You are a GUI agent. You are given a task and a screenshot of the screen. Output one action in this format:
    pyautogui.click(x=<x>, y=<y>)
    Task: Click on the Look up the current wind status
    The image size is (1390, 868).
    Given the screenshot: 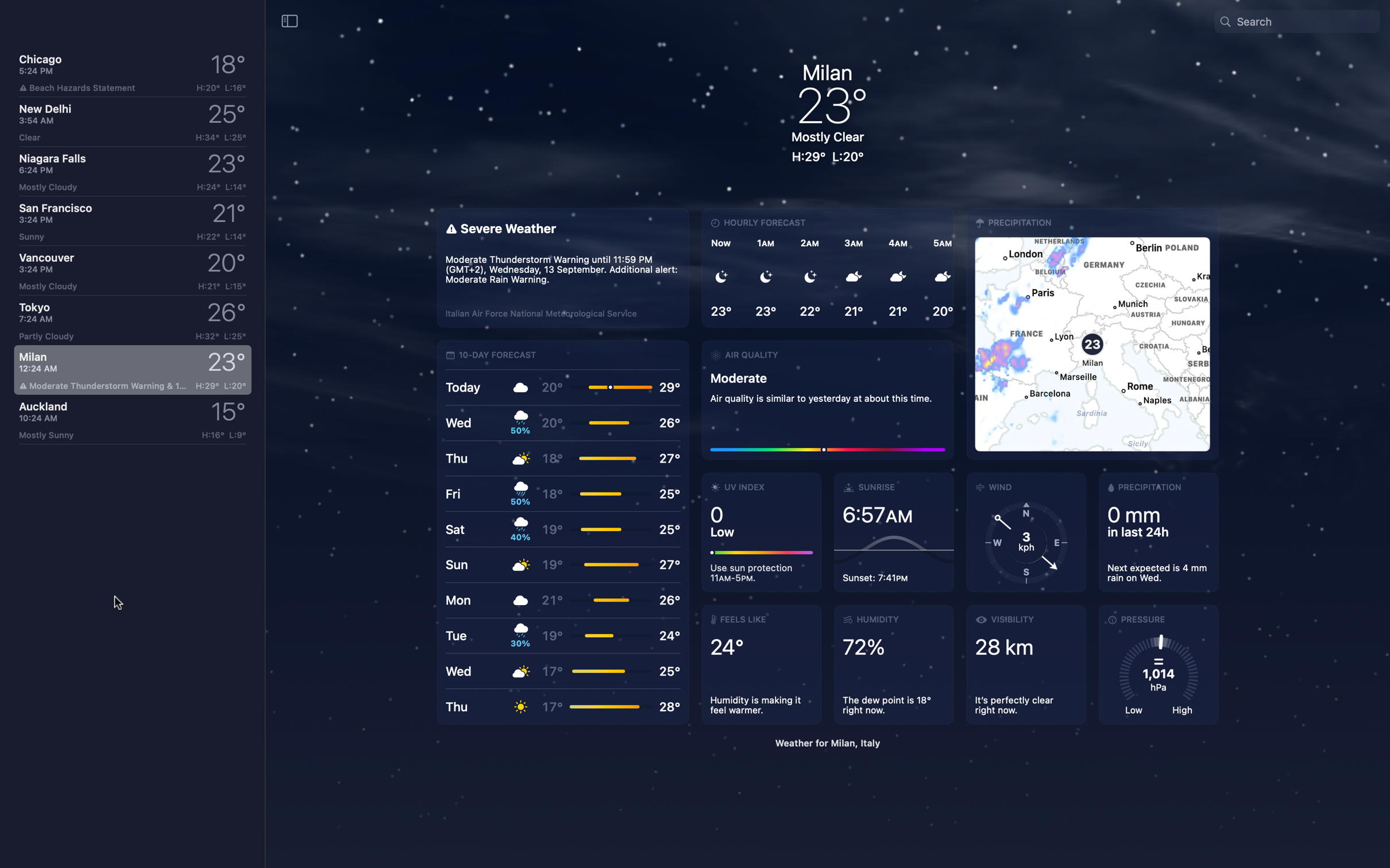 What is the action you would take?
    pyautogui.click(x=1025, y=532)
    